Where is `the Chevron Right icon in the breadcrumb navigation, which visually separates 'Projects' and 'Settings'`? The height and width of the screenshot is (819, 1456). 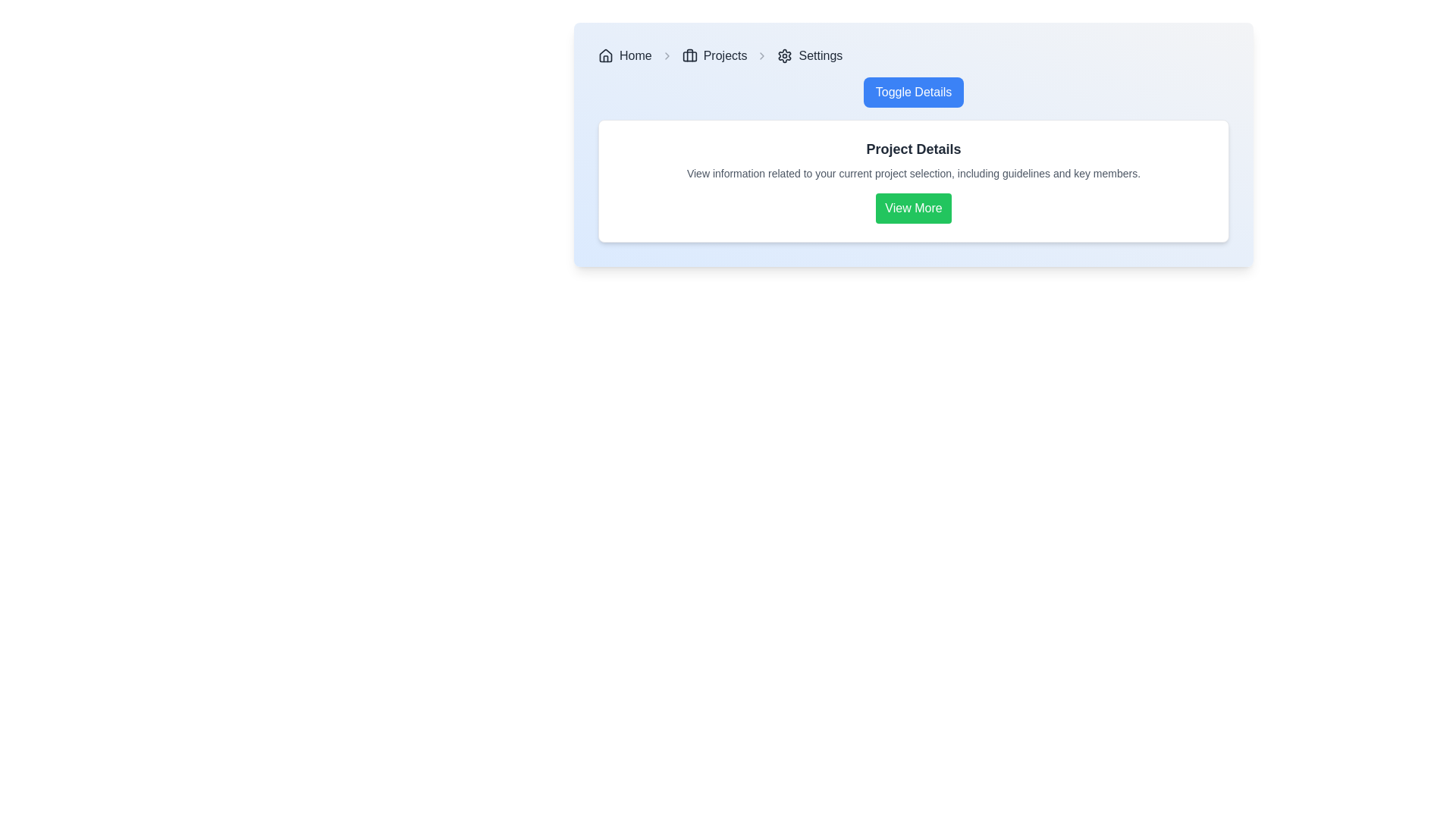 the Chevron Right icon in the breadcrumb navigation, which visually separates 'Projects' and 'Settings' is located at coordinates (762, 55).